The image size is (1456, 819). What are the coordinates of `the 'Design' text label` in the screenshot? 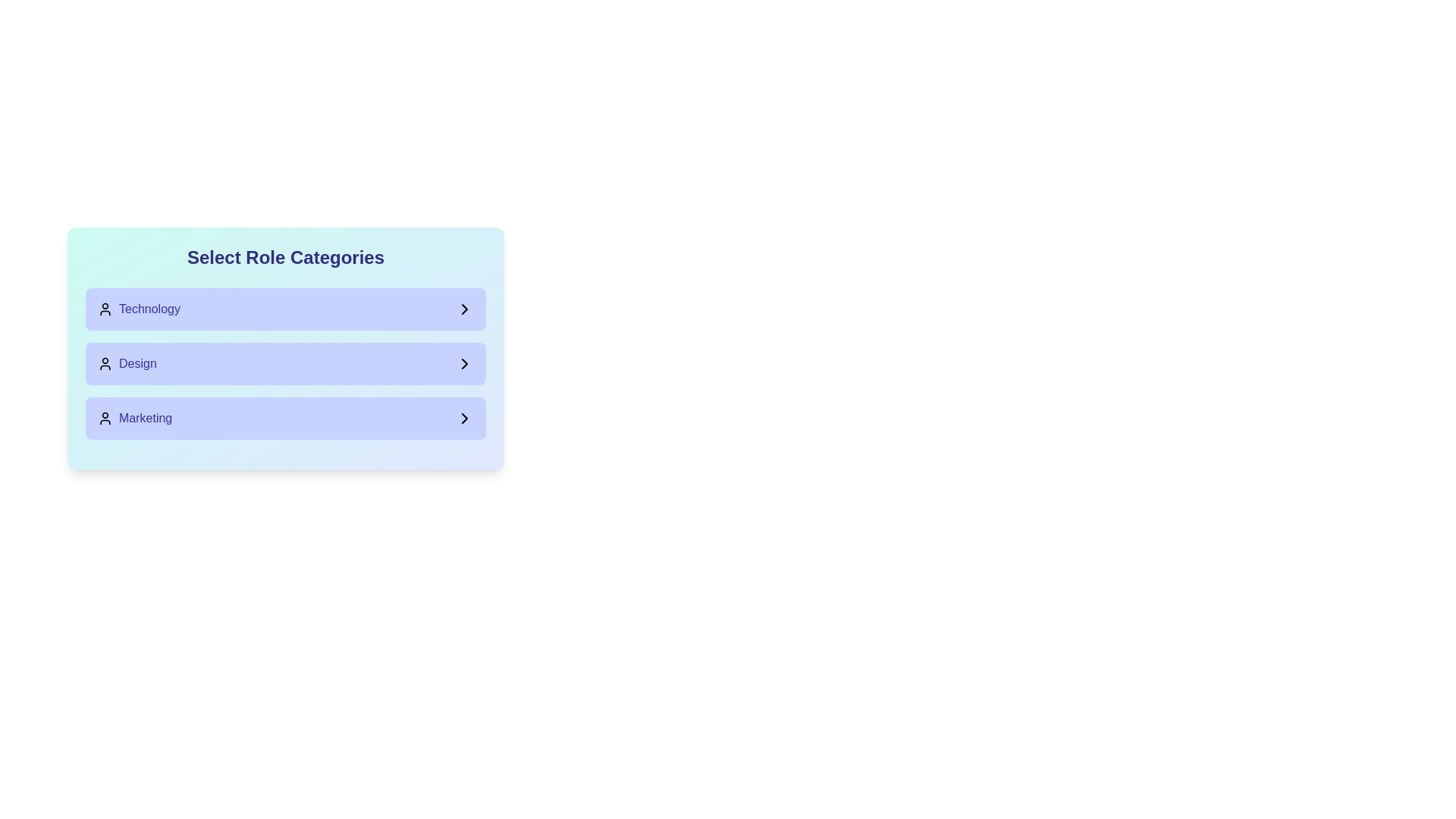 It's located at (127, 363).